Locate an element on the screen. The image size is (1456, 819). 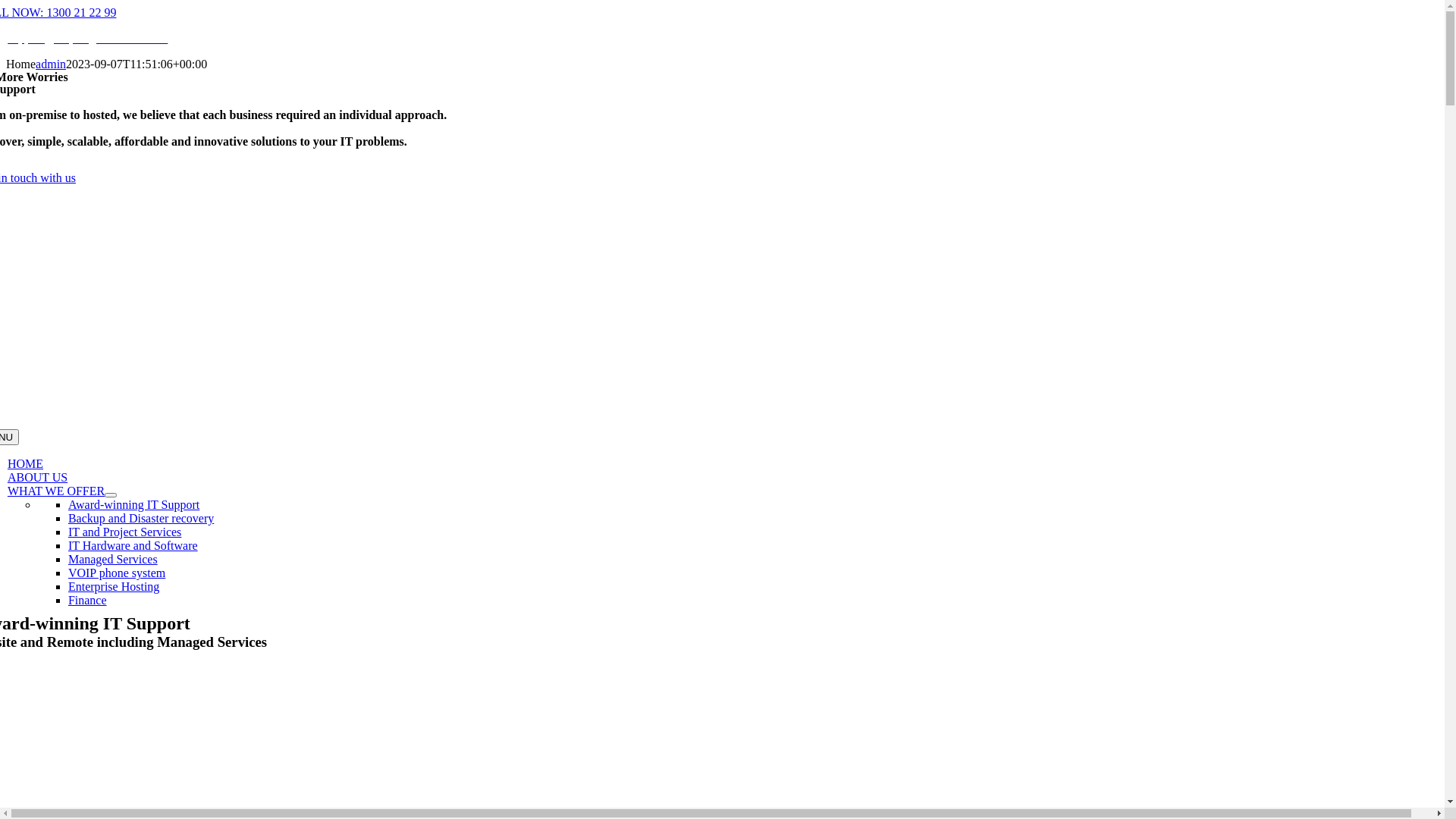
'Enterprise Hosting' is located at coordinates (112, 585).